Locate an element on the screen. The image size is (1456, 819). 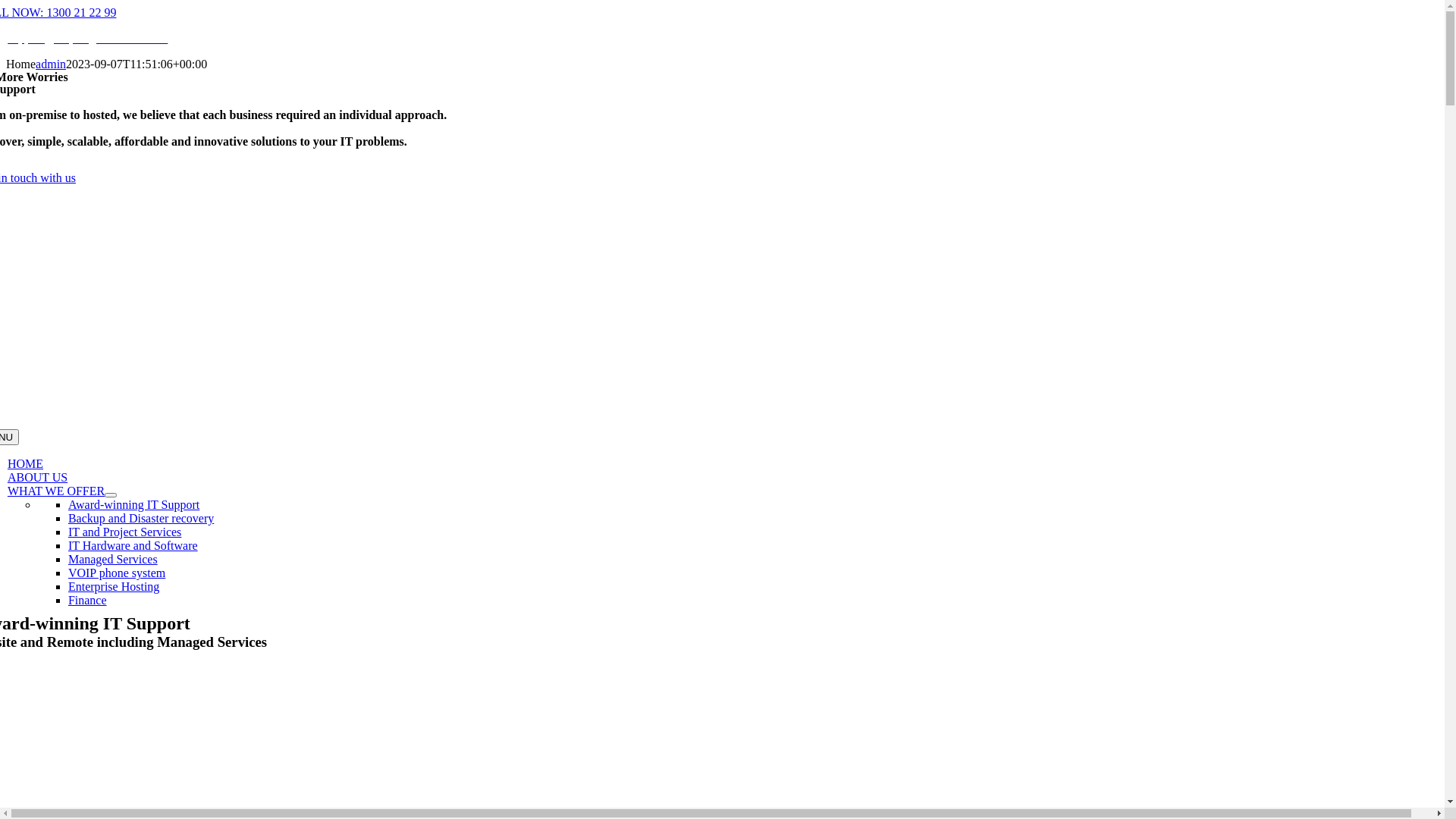
'Enterprise Hosting' is located at coordinates (112, 585).